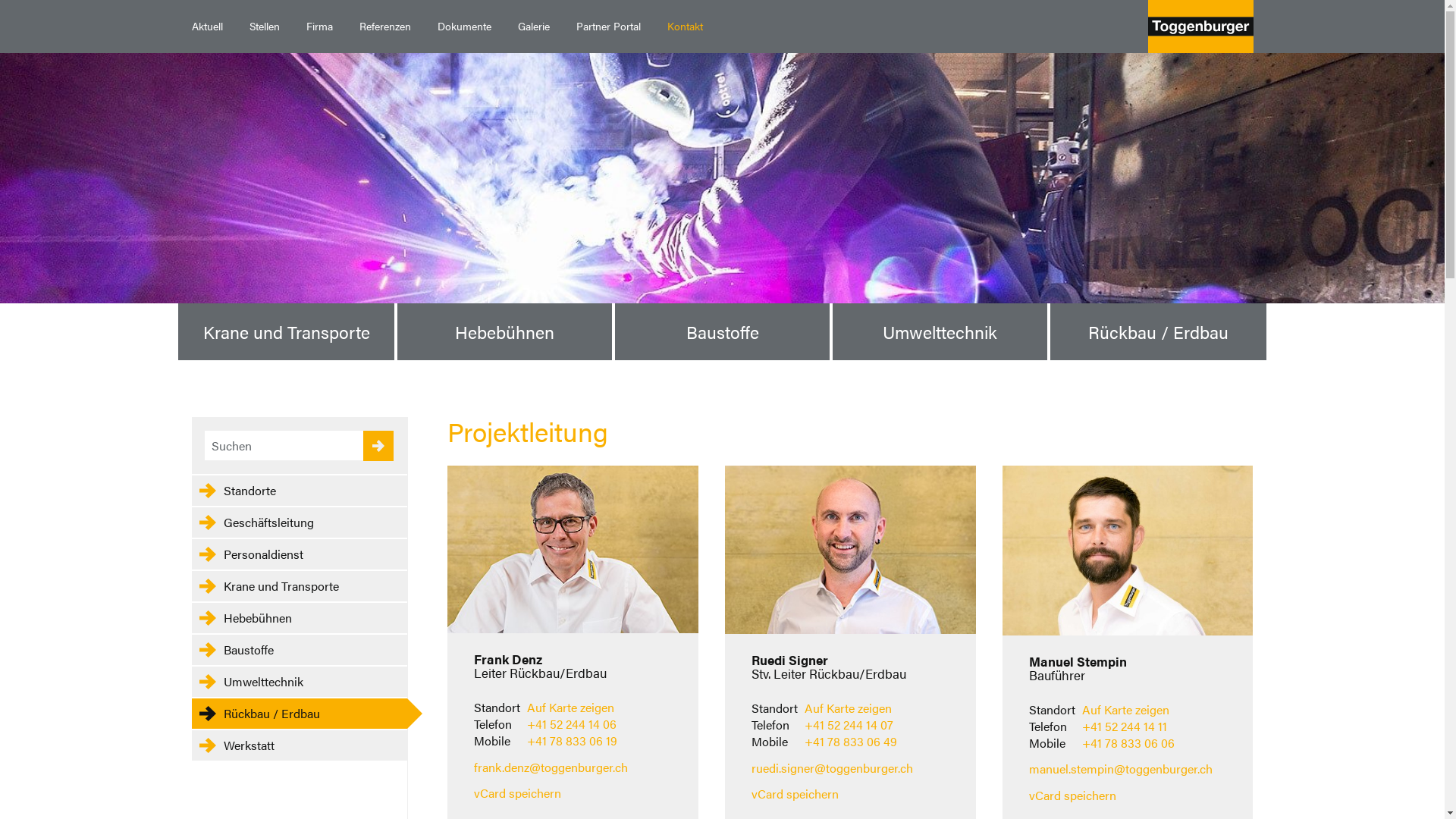  What do you see at coordinates (206, 26) in the screenshot?
I see `'Aktuell'` at bounding box center [206, 26].